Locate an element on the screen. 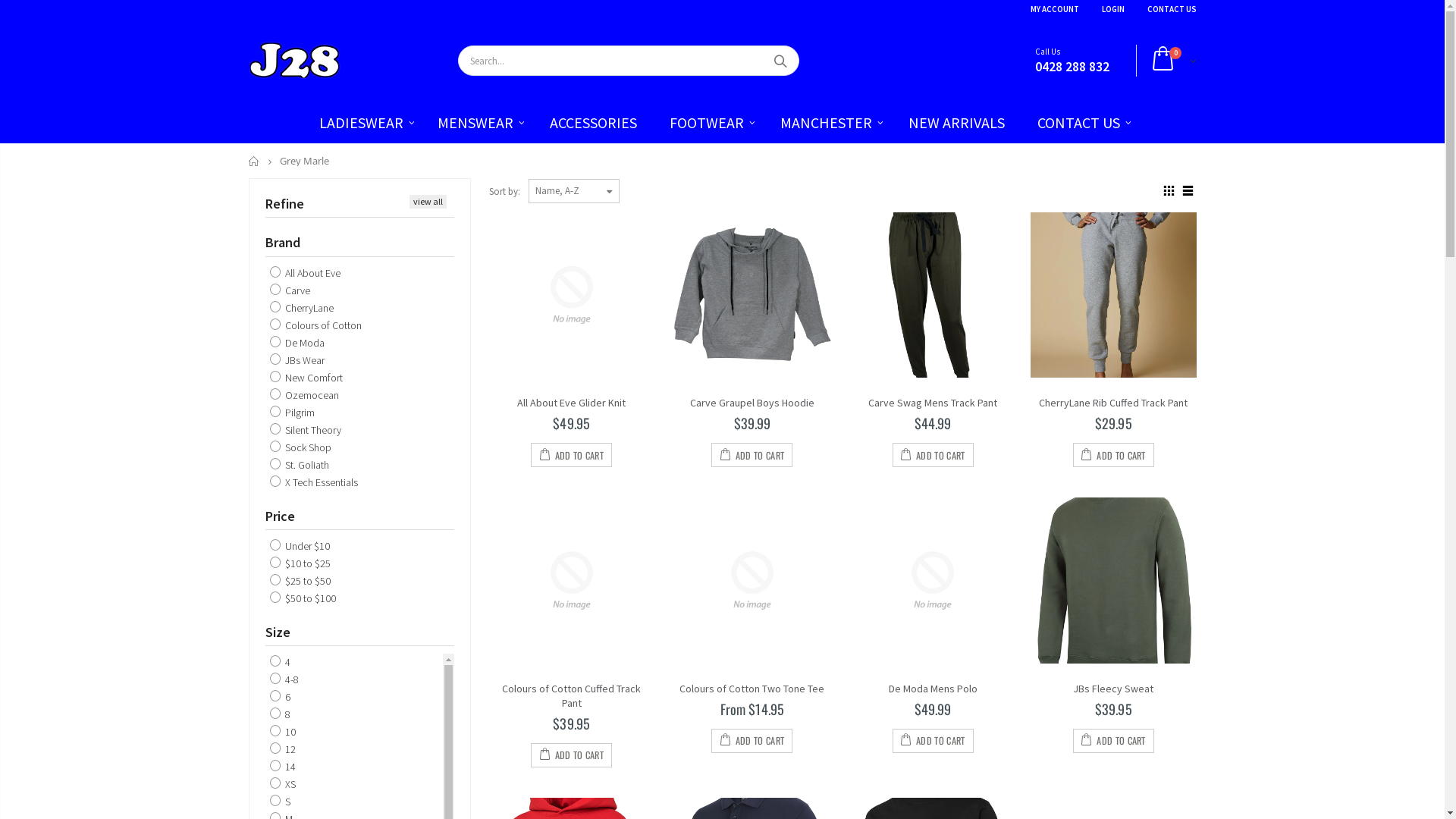  'NEW ARRIVALS' is located at coordinates (955, 122).